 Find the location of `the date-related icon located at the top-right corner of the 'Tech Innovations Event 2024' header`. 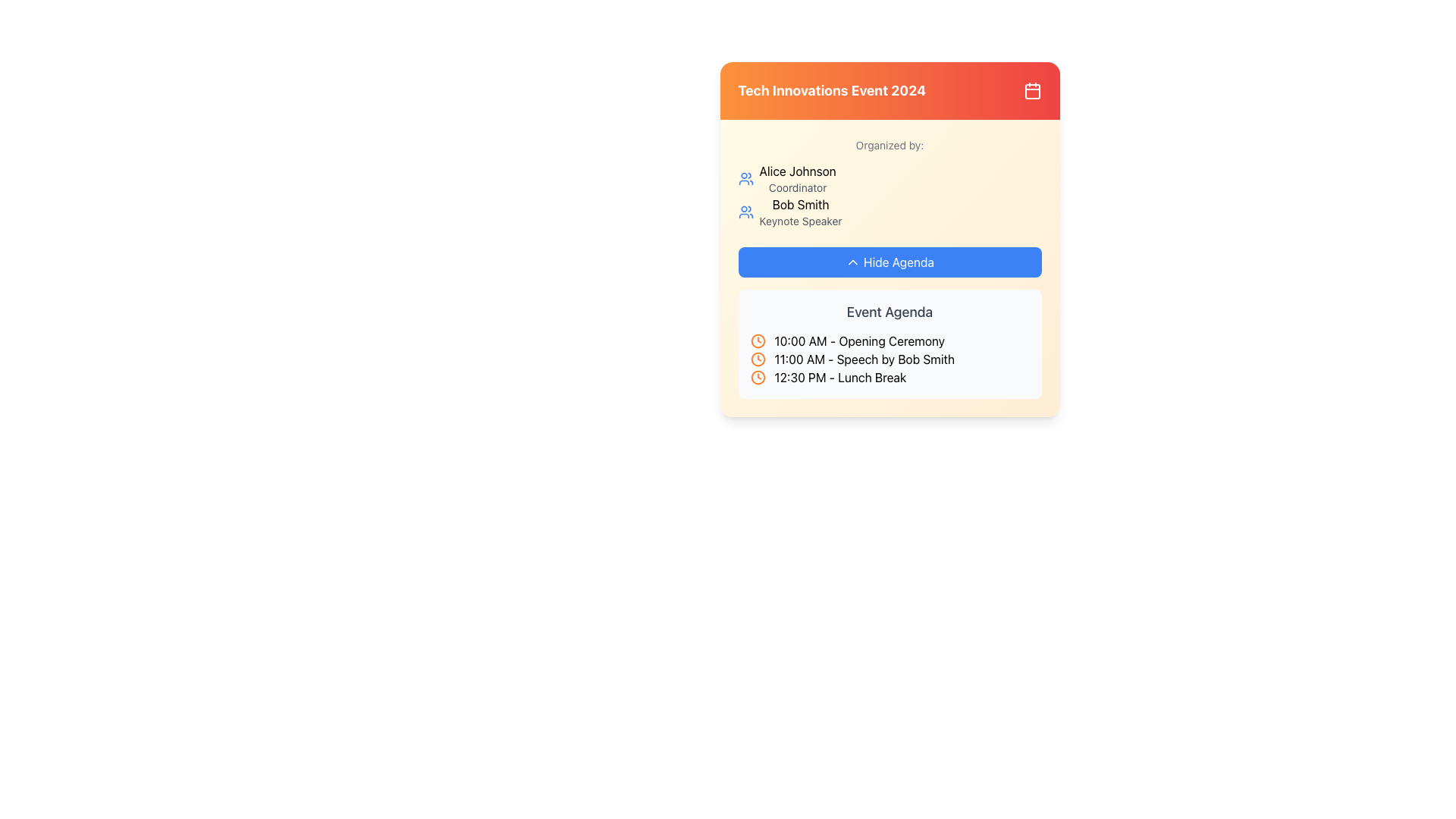

the date-related icon located at the top-right corner of the 'Tech Innovations Event 2024' header is located at coordinates (1031, 90).